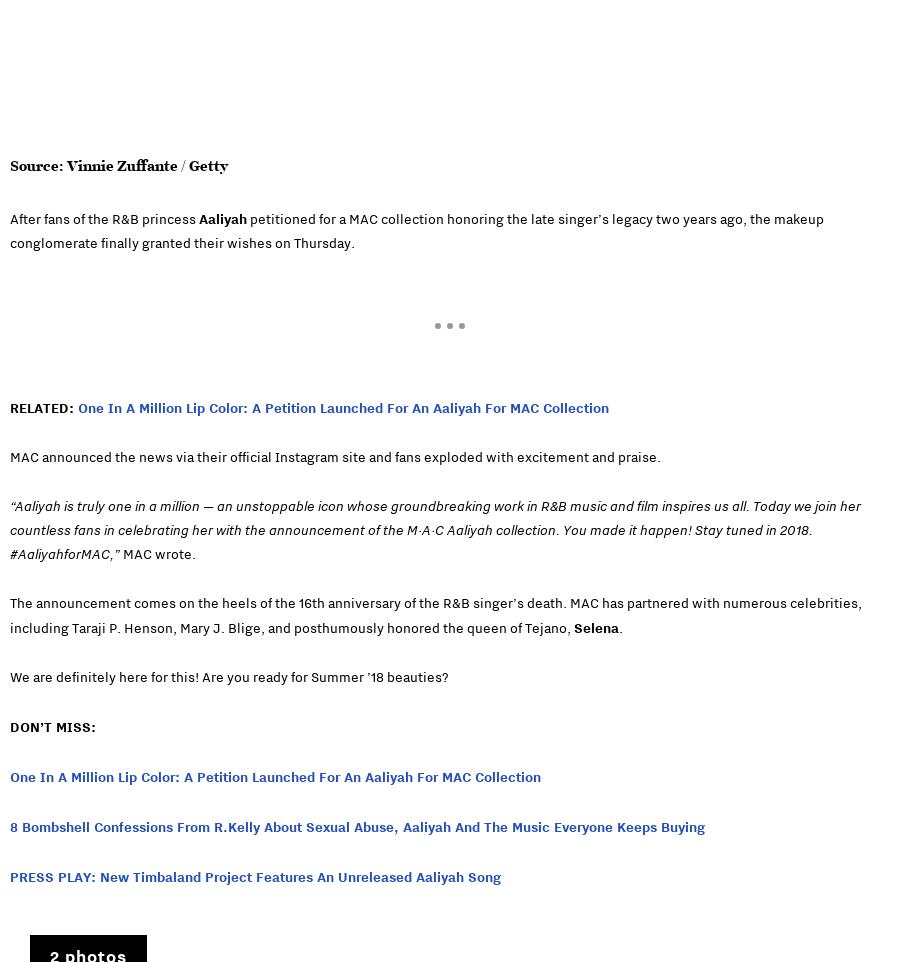  What do you see at coordinates (8, 676) in the screenshot?
I see `'We are definitely here for this! Are you ready for Summer ’18 beauties?'` at bounding box center [8, 676].